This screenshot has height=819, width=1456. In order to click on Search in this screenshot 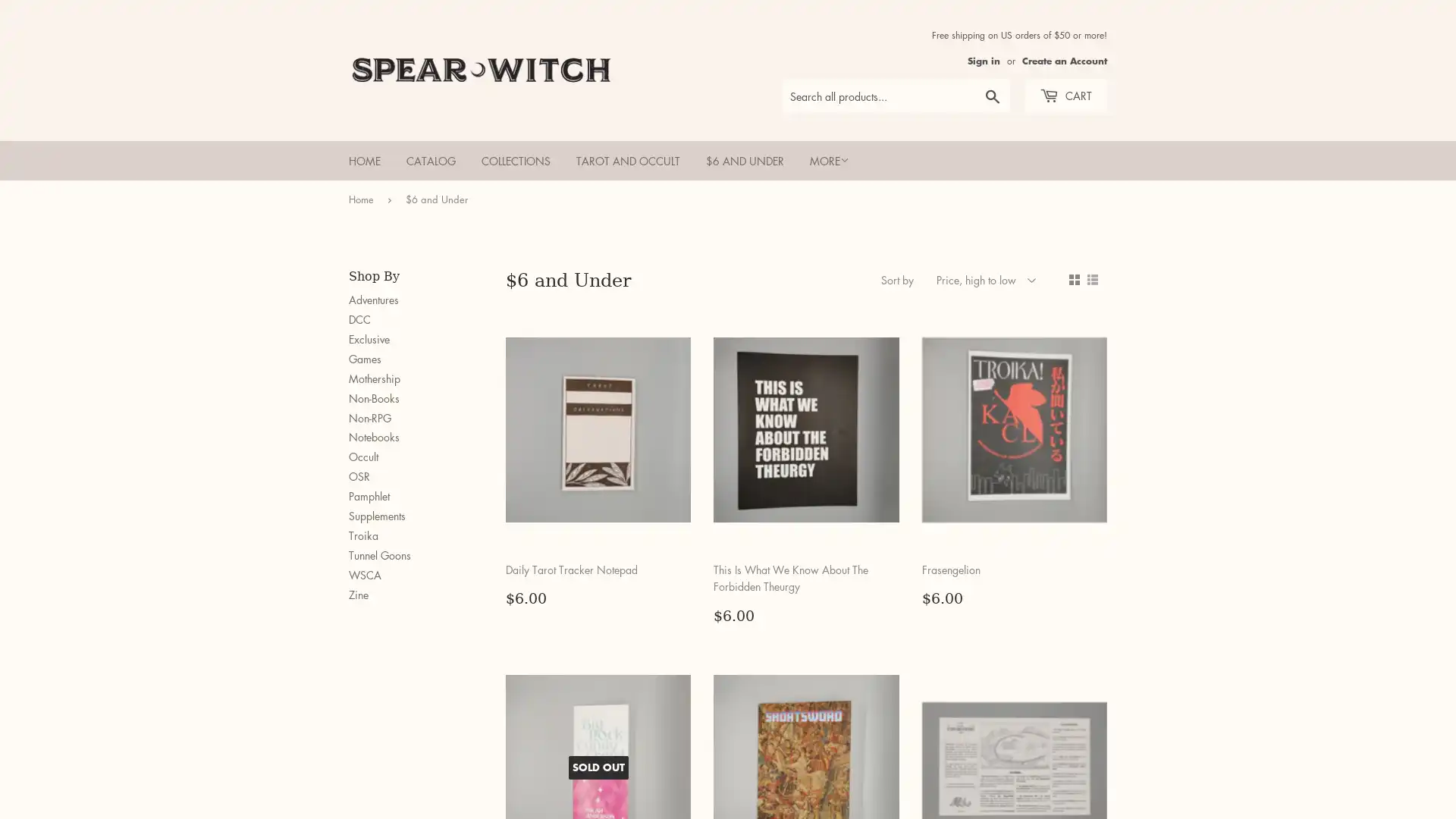, I will do `click(993, 96)`.